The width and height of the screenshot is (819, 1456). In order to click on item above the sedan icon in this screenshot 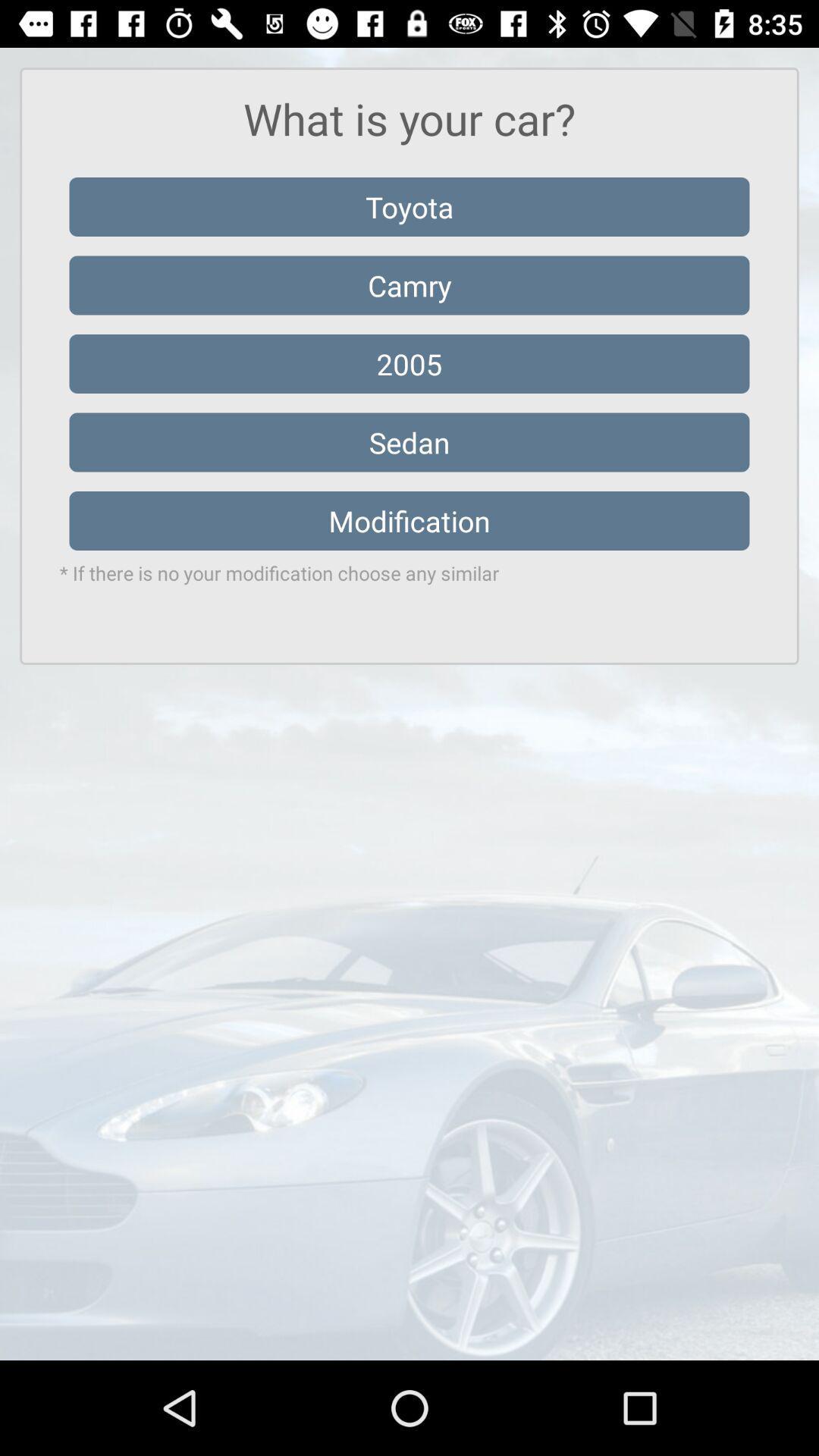, I will do `click(409, 364)`.